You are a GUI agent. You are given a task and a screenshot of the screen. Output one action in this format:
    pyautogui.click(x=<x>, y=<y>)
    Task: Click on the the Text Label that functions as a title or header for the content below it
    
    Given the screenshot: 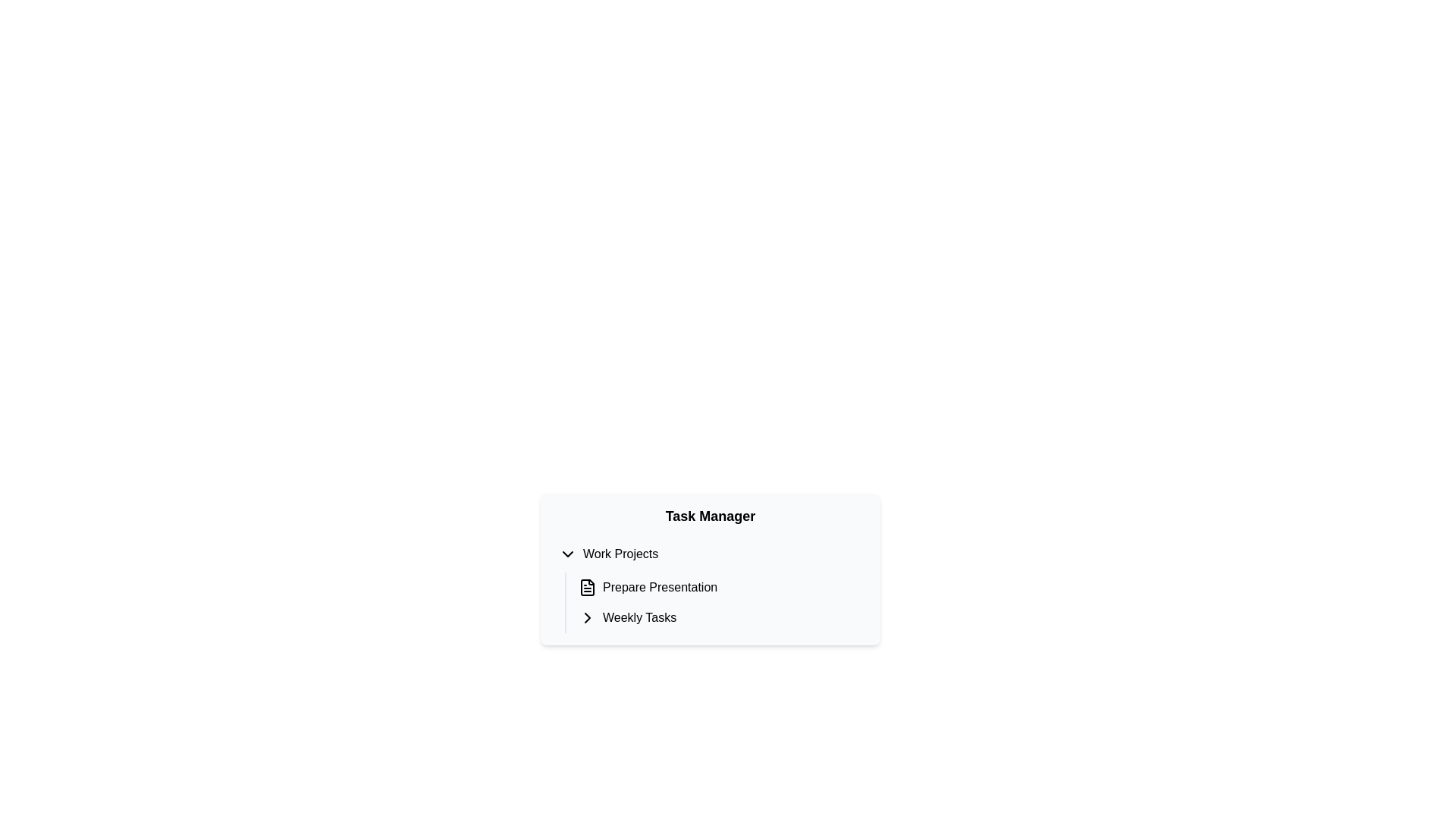 What is the action you would take?
    pyautogui.click(x=709, y=516)
    